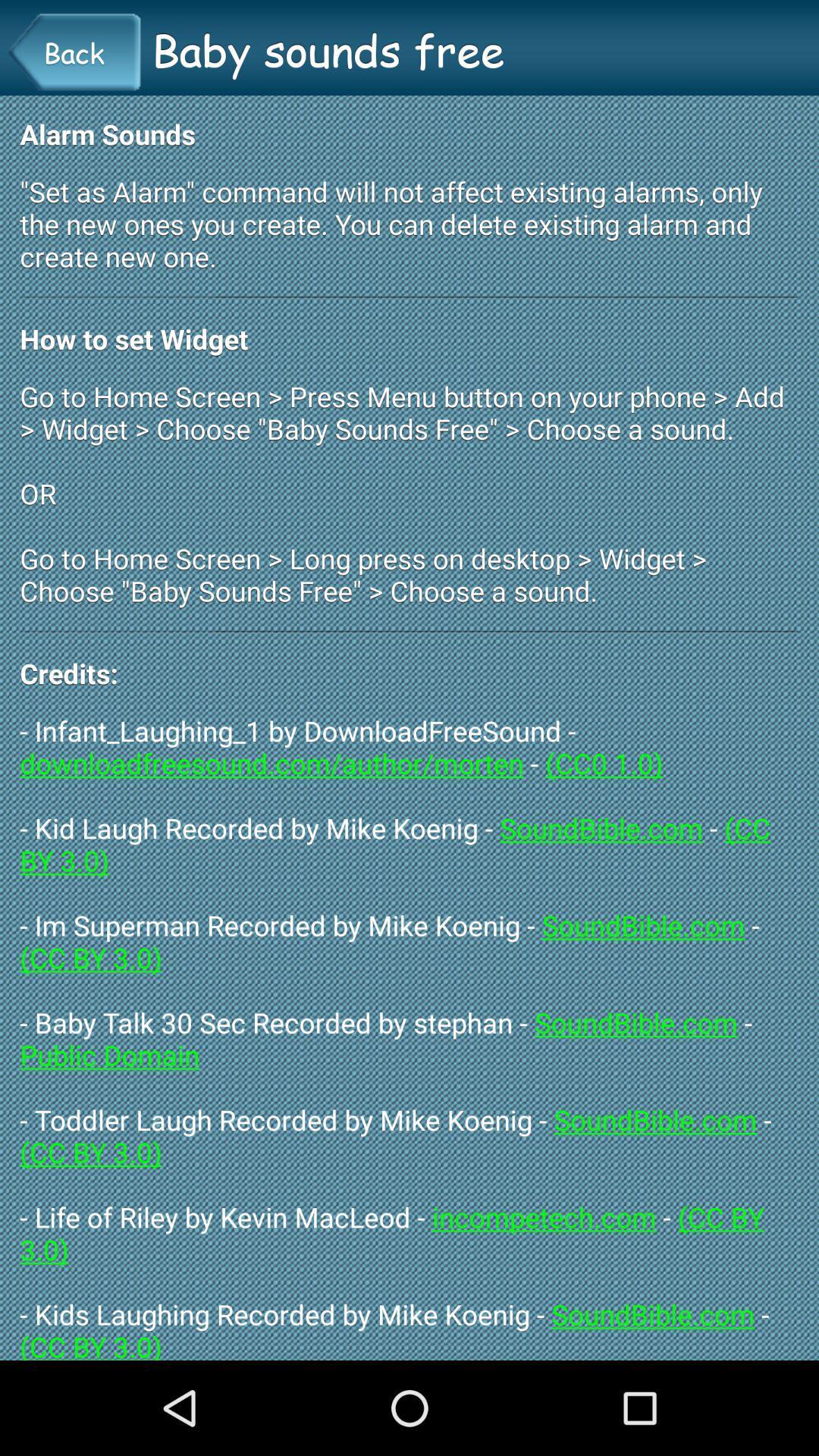  I want to click on back at the top left corner, so click(74, 52).